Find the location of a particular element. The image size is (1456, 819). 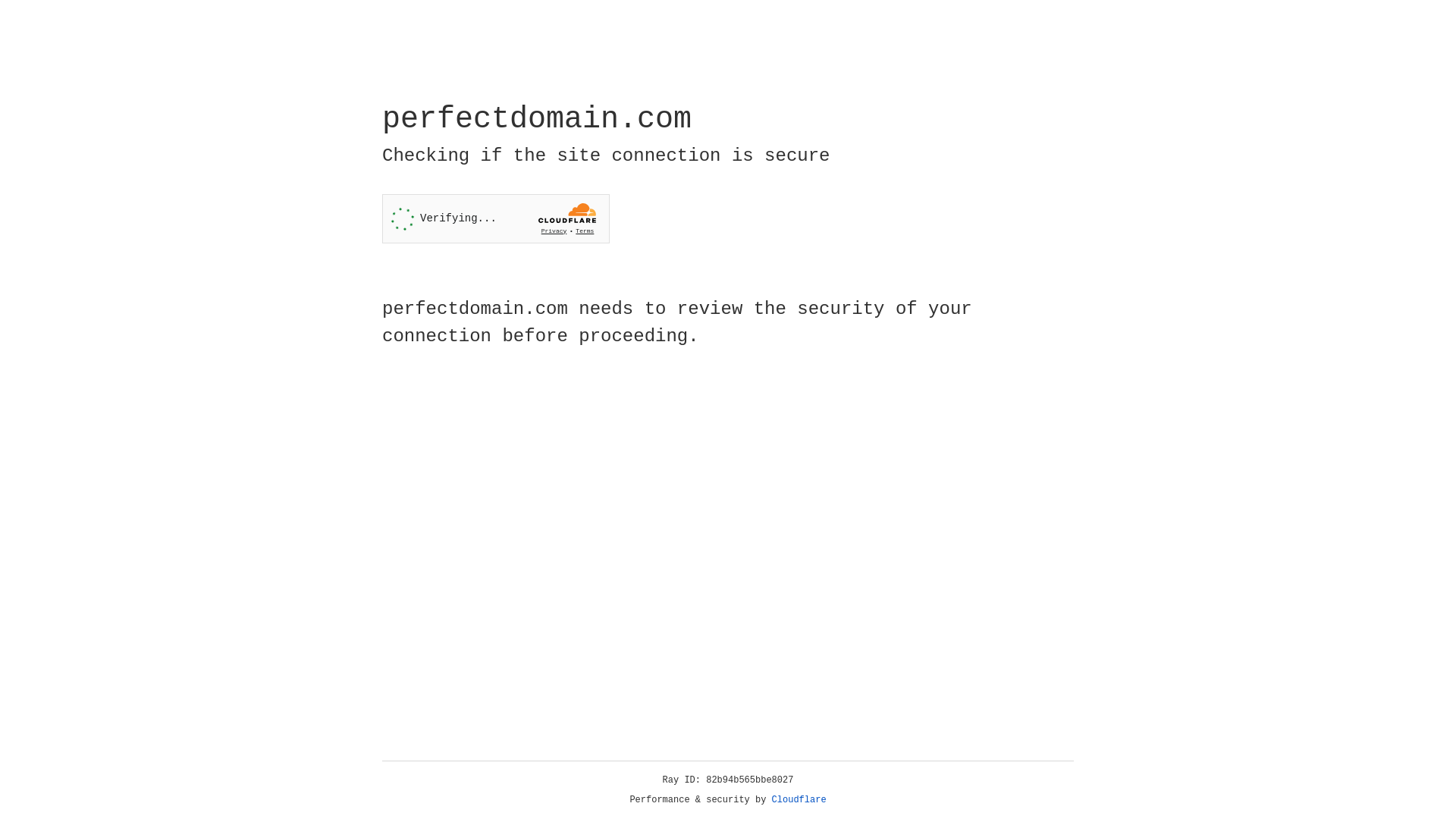

'Widget containing a Cloudflare security challenge' is located at coordinates (495, 218).